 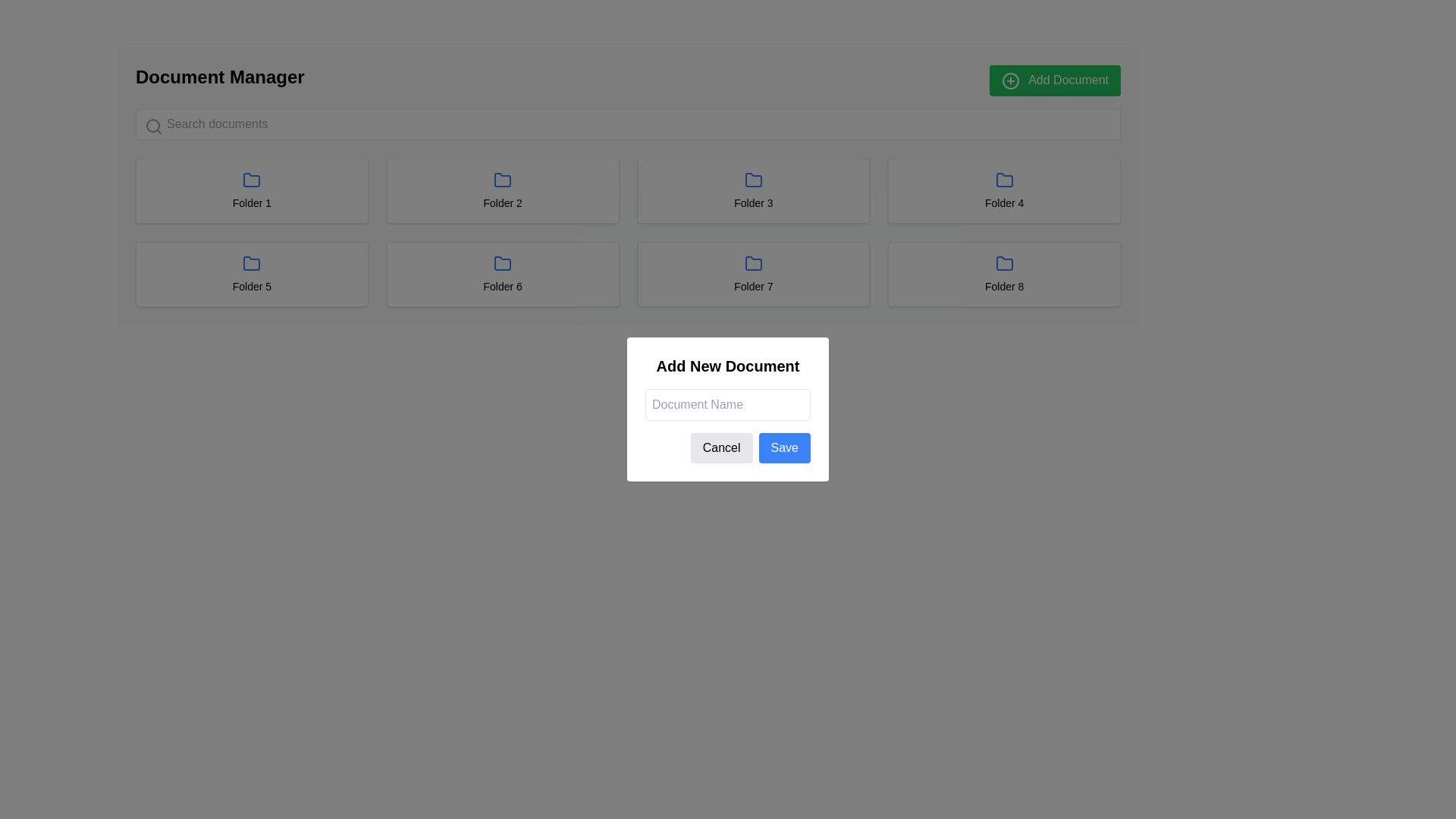 What do you see at coordinates (1004, 274) in the screenshot?
I see `the 'Folder 8' Card located in the bottom-right corner of the grid layout` at bounding box center [1004, 274].